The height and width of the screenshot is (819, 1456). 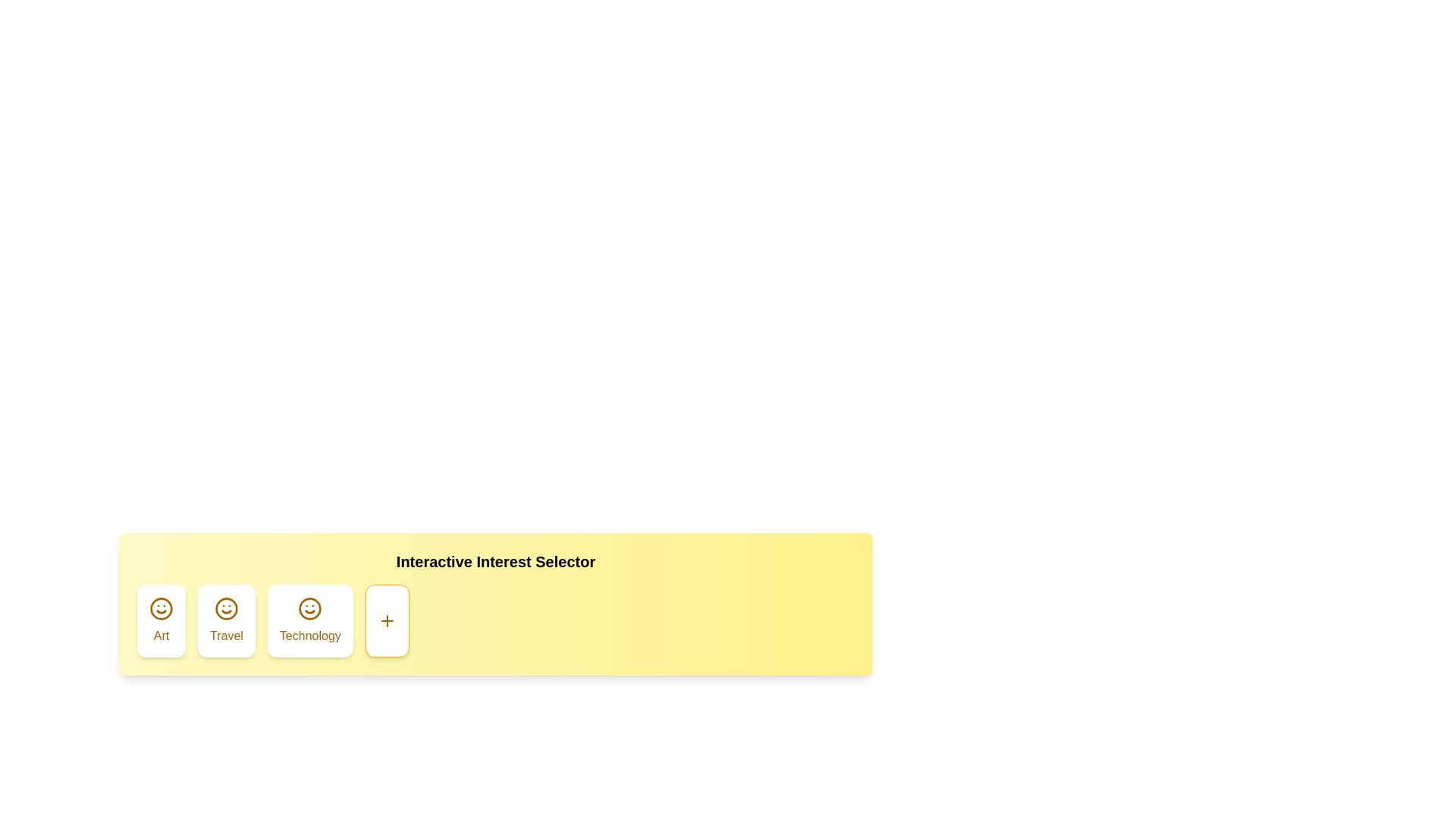 What do you see at coordinates (161, 620) in the screenshot?
I see `the chip labeled Art to observe its visual changes` at bounding box center [161, 620].